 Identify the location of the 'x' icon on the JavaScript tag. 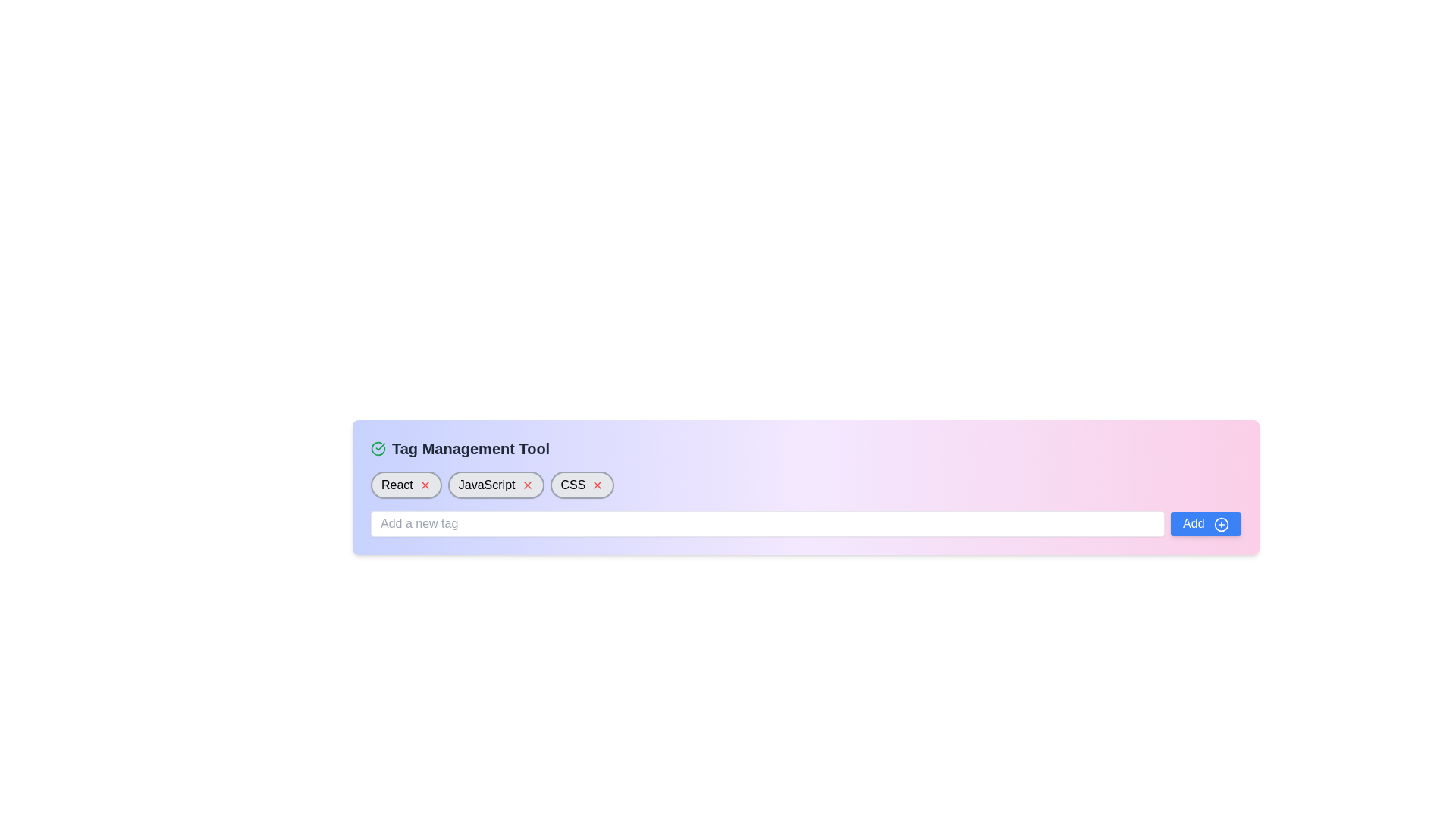
(496, 485).